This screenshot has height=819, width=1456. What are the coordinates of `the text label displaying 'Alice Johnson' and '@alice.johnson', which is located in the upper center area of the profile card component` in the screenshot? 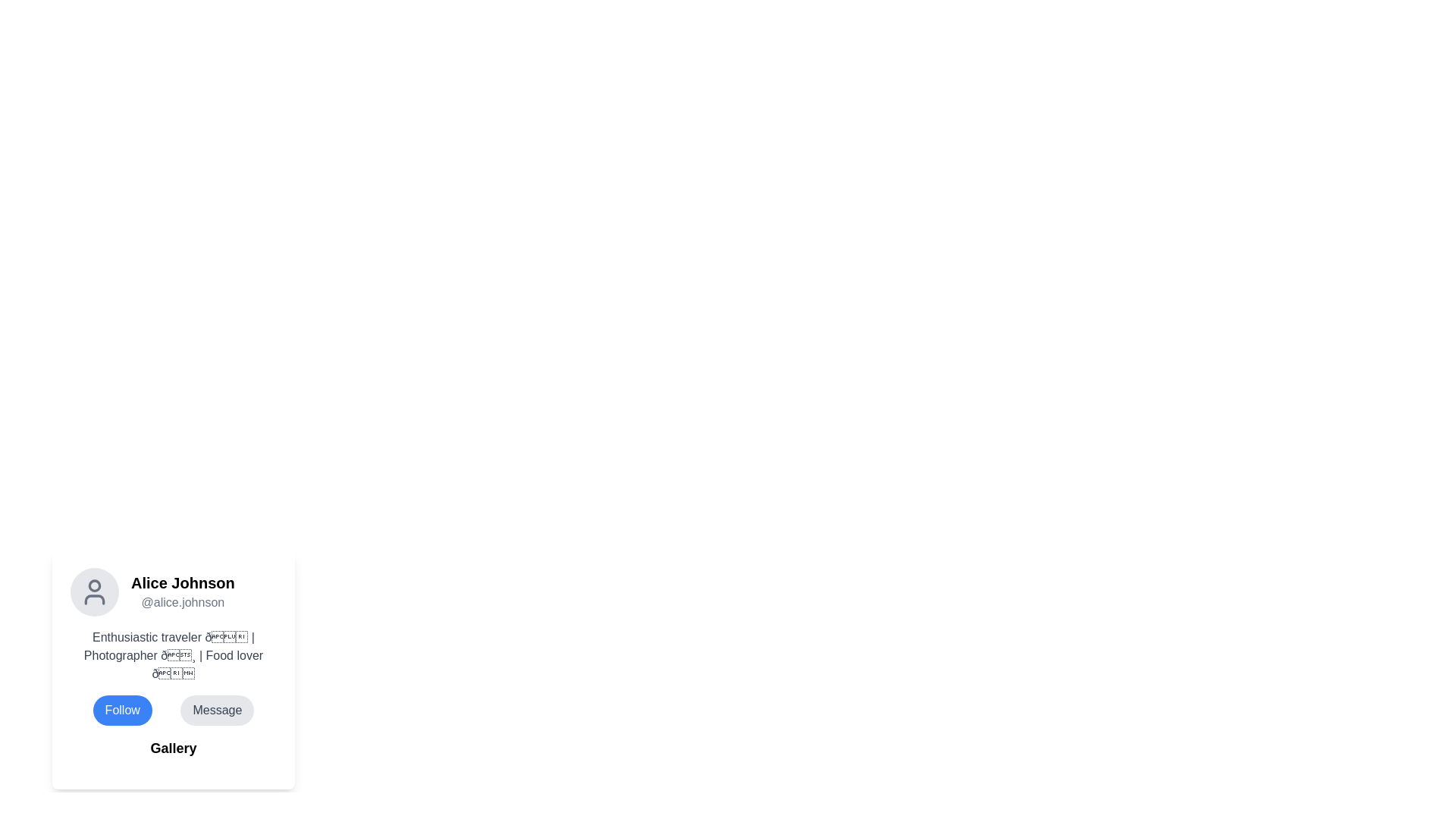 It's located at (182, 591).